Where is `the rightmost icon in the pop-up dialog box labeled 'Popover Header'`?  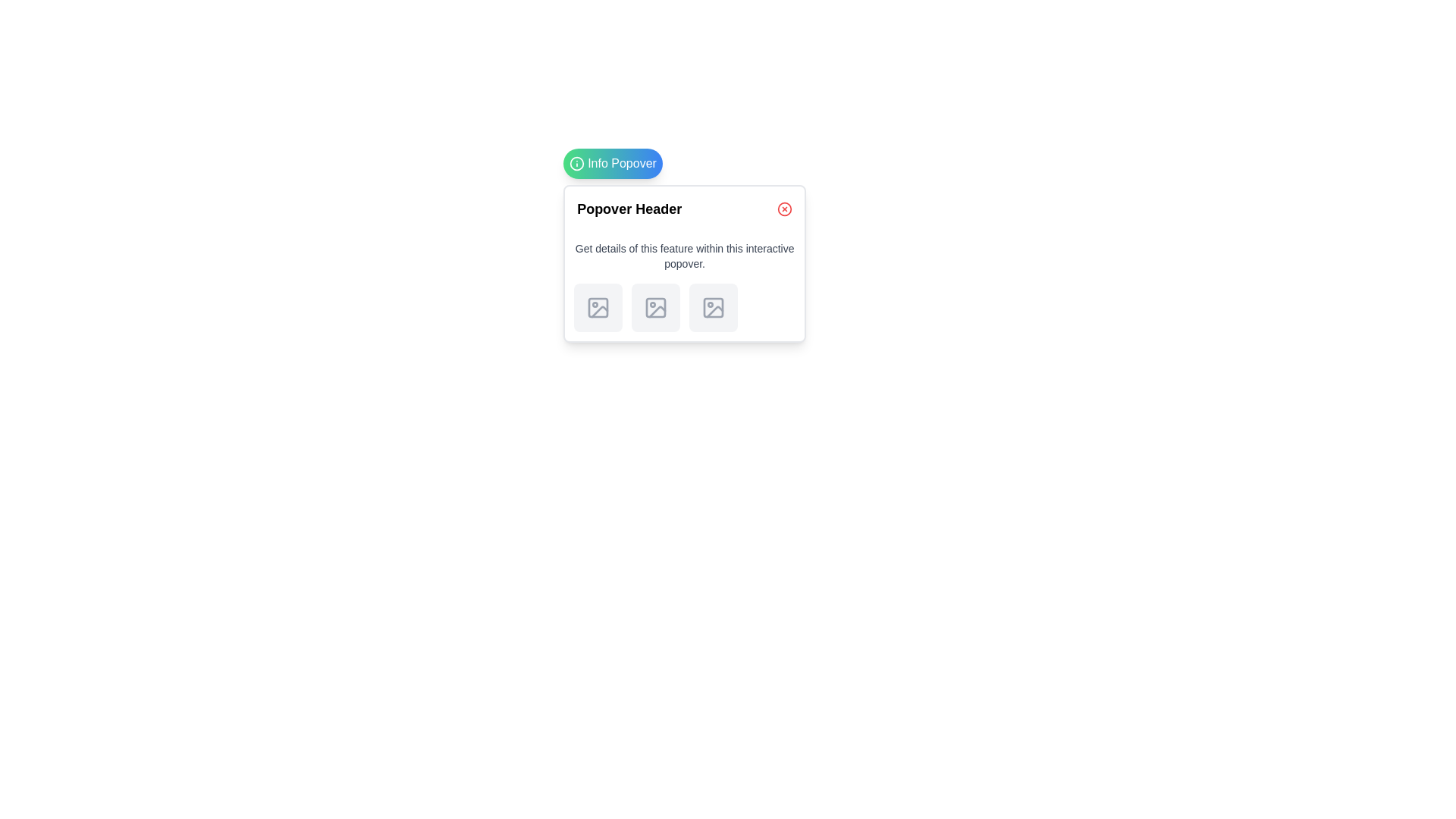 the rightmost icon in the pop-up dialog box labeled 'Popover Header' is located at coordinates (713, 307).